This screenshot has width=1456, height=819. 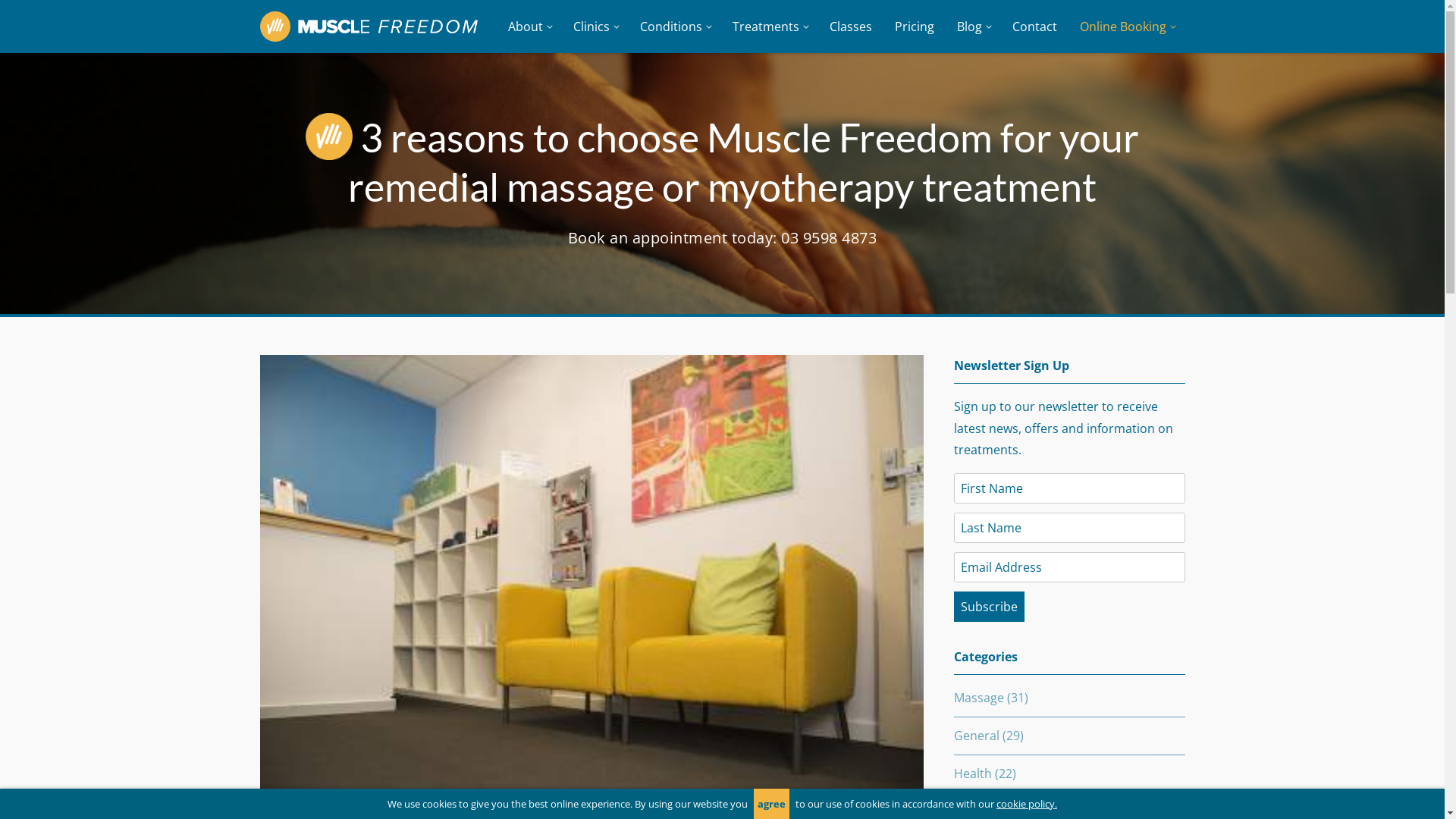 What do you see at coordinates (979, 698) in the screenshot?
I see `'Massage'` at bounding box center [979, 698].